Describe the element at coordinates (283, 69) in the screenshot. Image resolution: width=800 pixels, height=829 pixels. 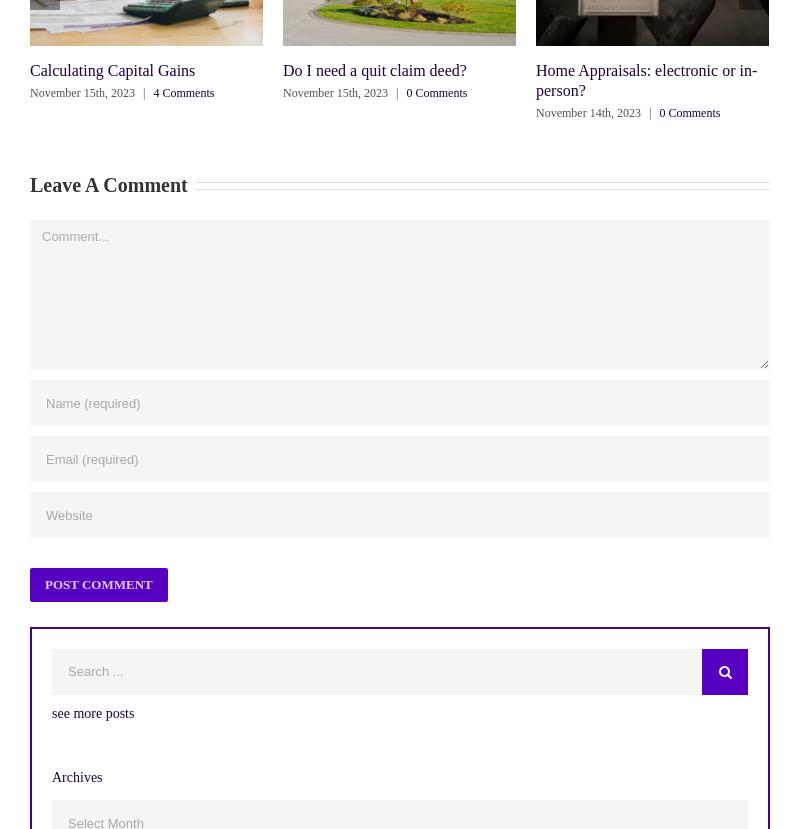
I see `'Do I need a quit claim deed?'` at that location.